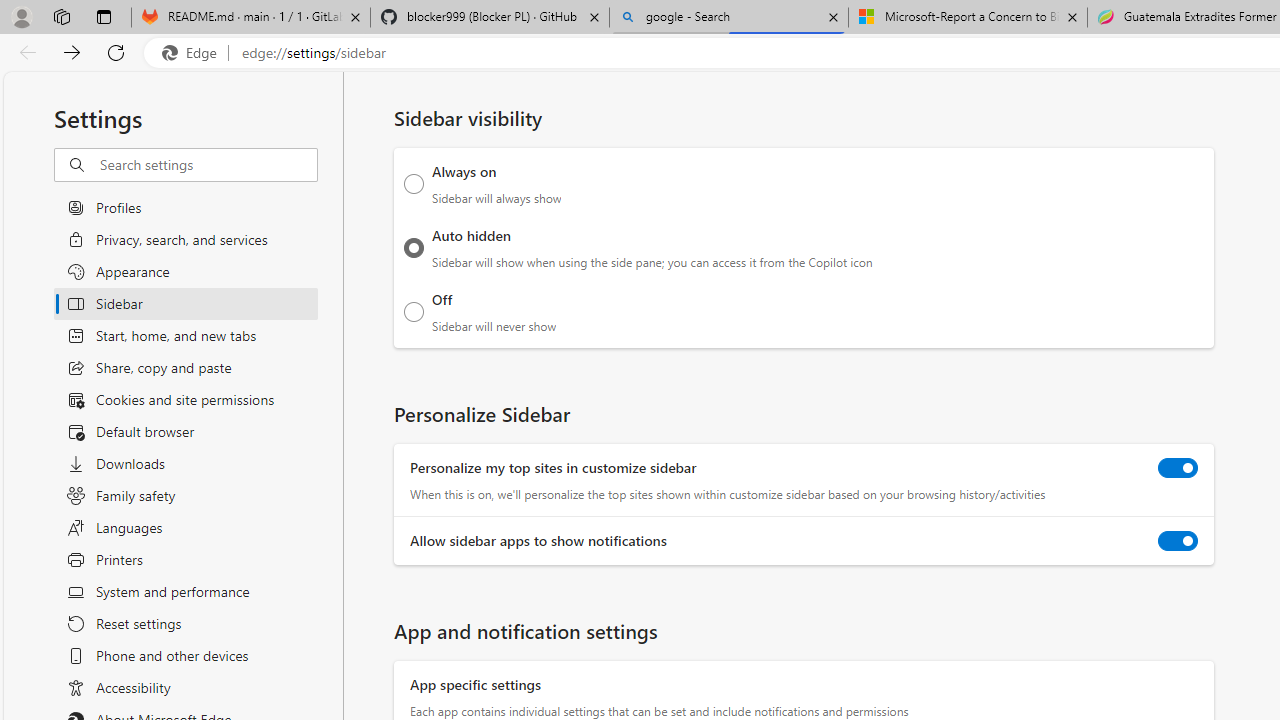 The height and width of the screenshot is (720, 1280). I want to click on 'Allow sidebar apps to show notifications', so click(1178, 541).